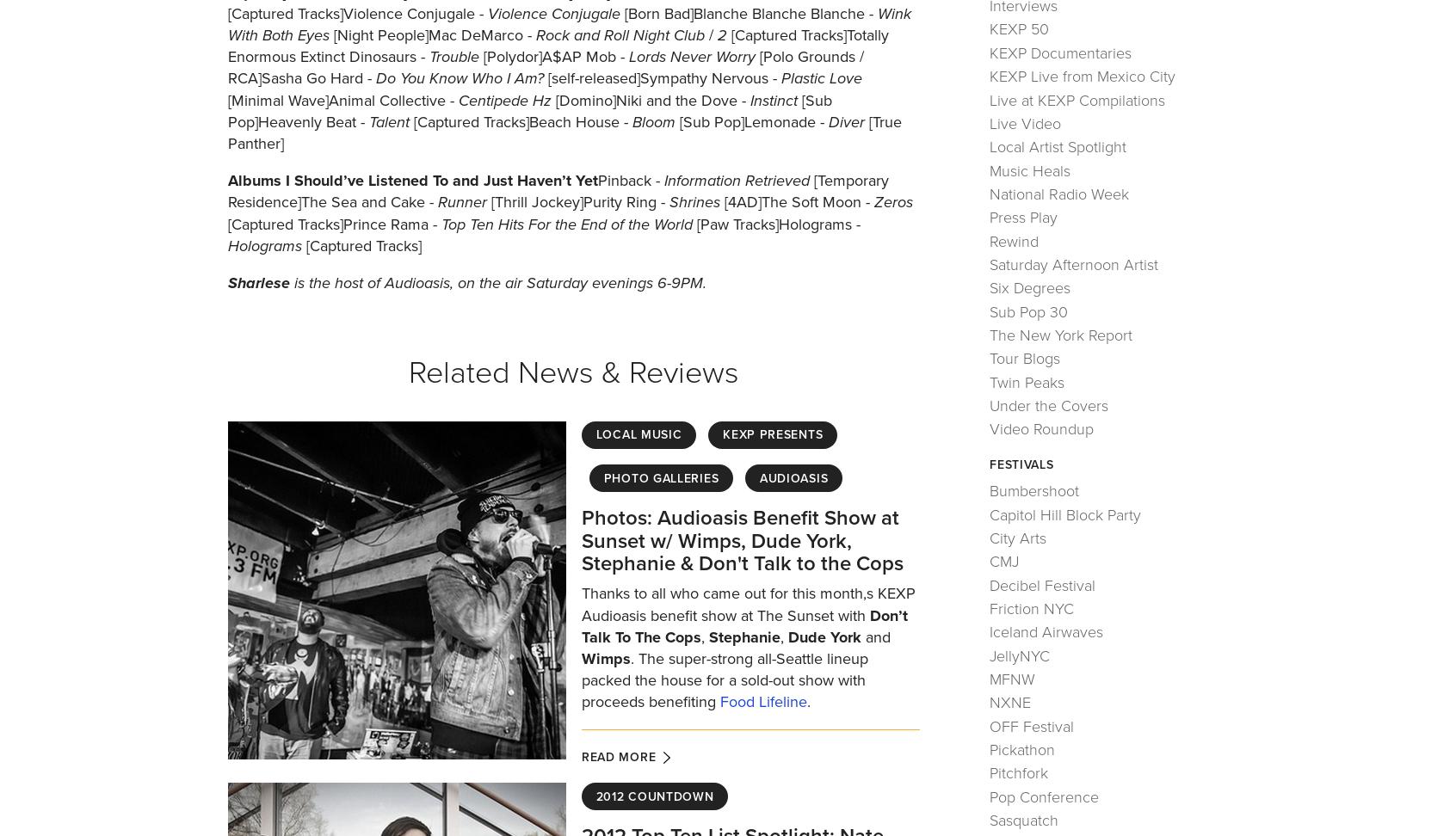 The height and width of the screenshot is (836, 1456). What do you see at coordinates (1009, 701) in the screenshot?
I see `'NXNE'` at bounding box center [1009, 701].